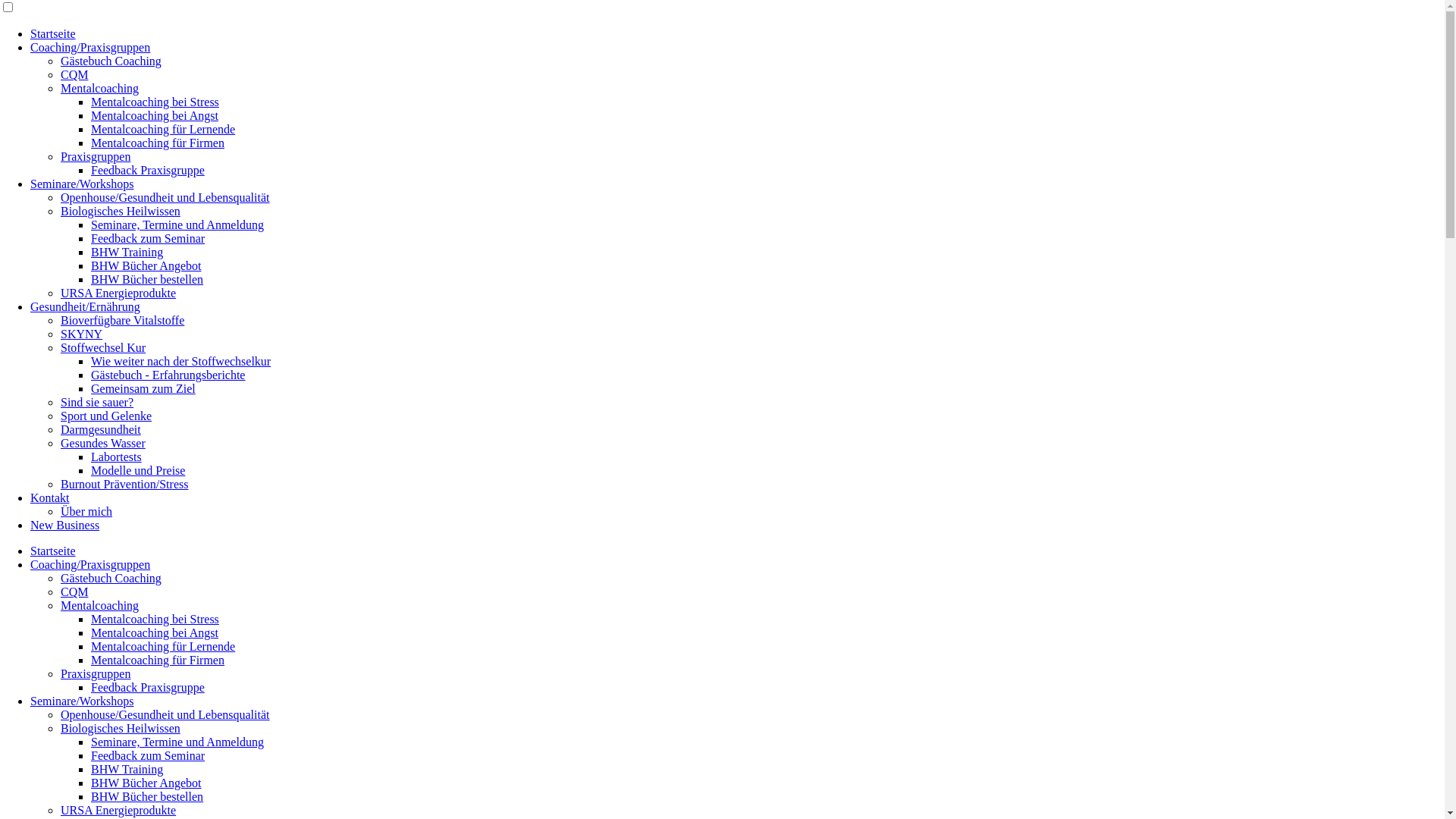 This screenshot has width=1456, height=819. Describe the element at coordinates (138, 469) in the screenshot. I see `'Modelle und Preise'` at that location.